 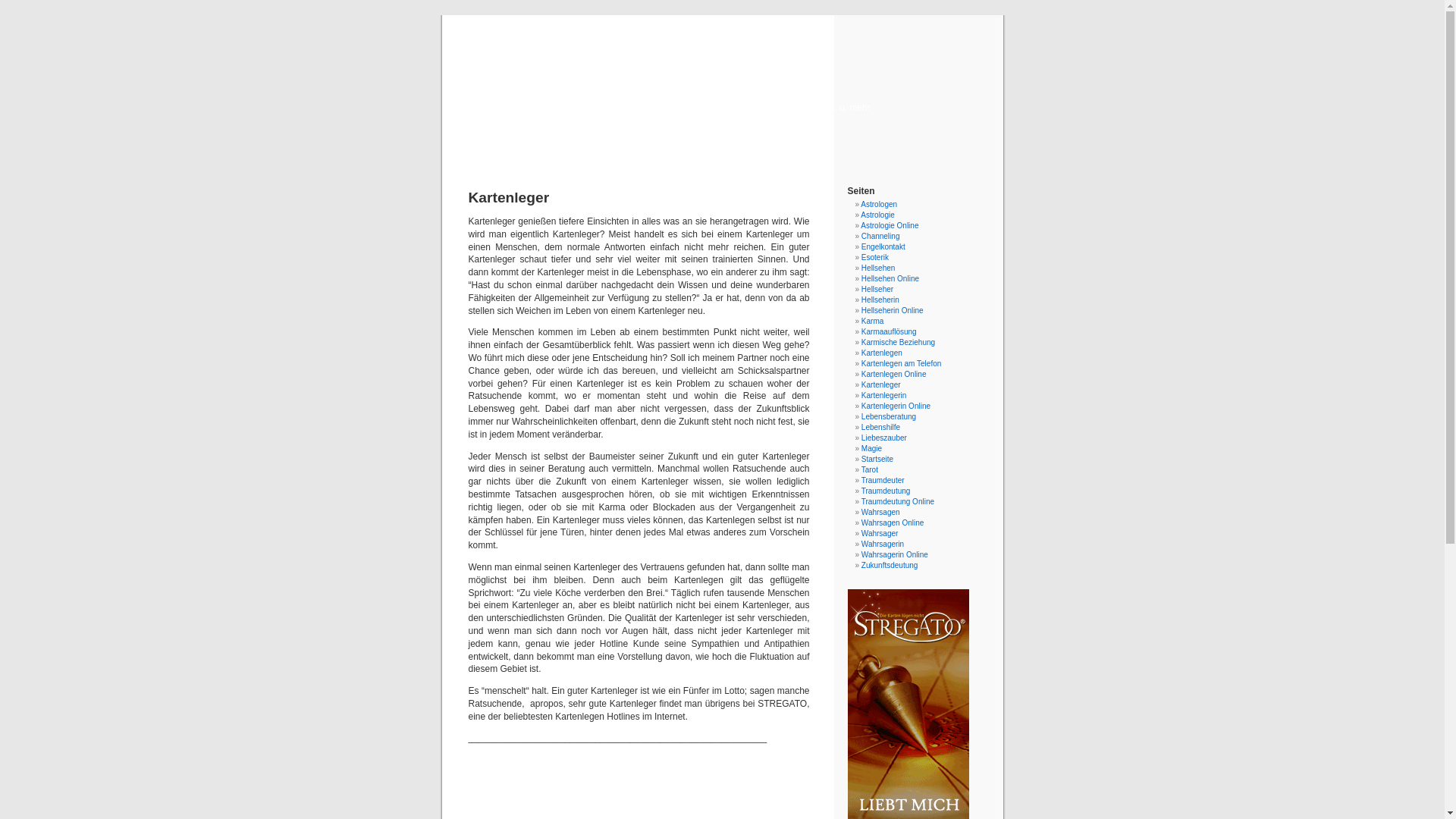 I want to click on 'Kartenlegerin Online', so click(x=896, y=405).